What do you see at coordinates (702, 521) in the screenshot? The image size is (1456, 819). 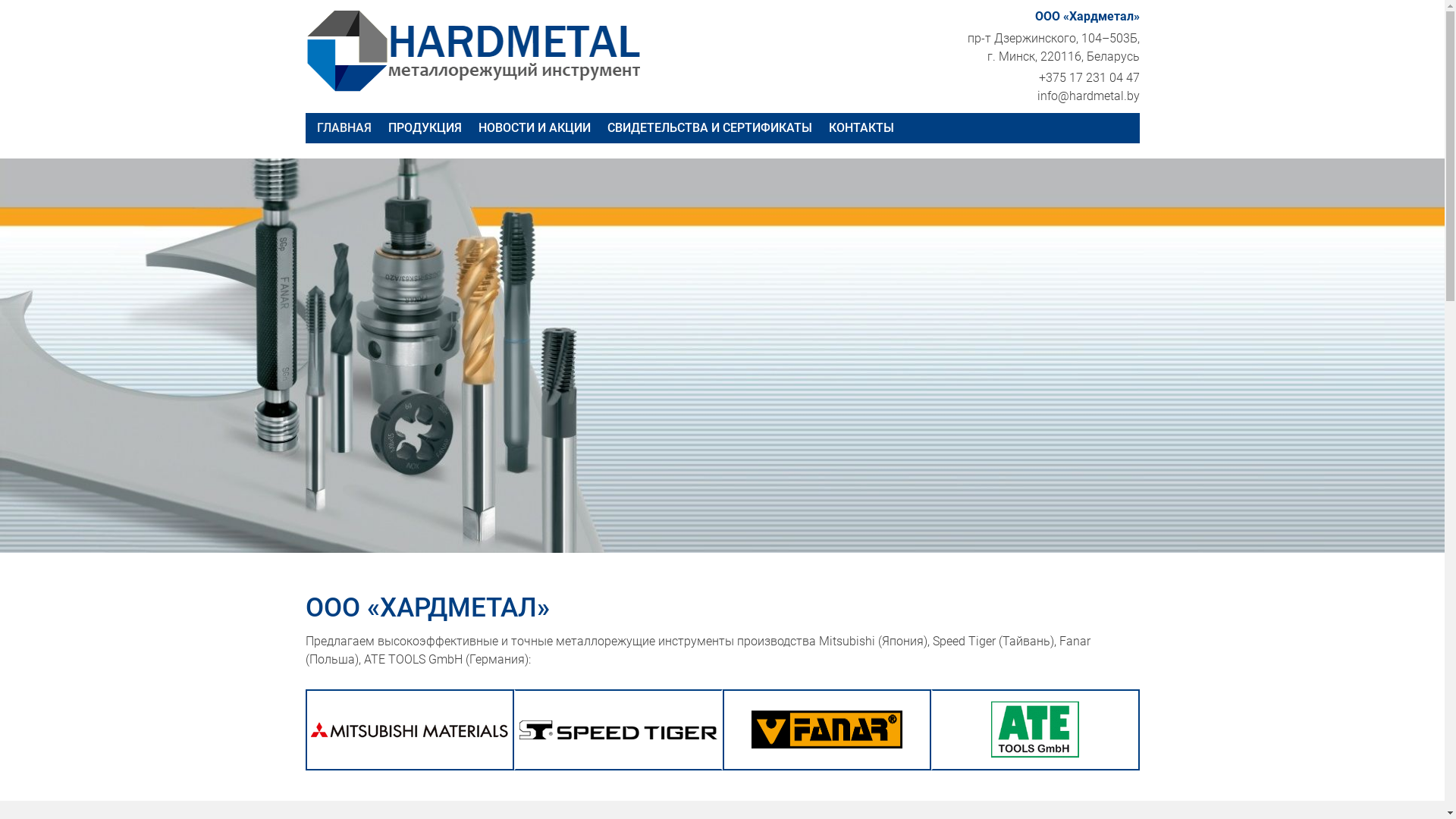 I see `'1'` at bounding box center [702, 521].